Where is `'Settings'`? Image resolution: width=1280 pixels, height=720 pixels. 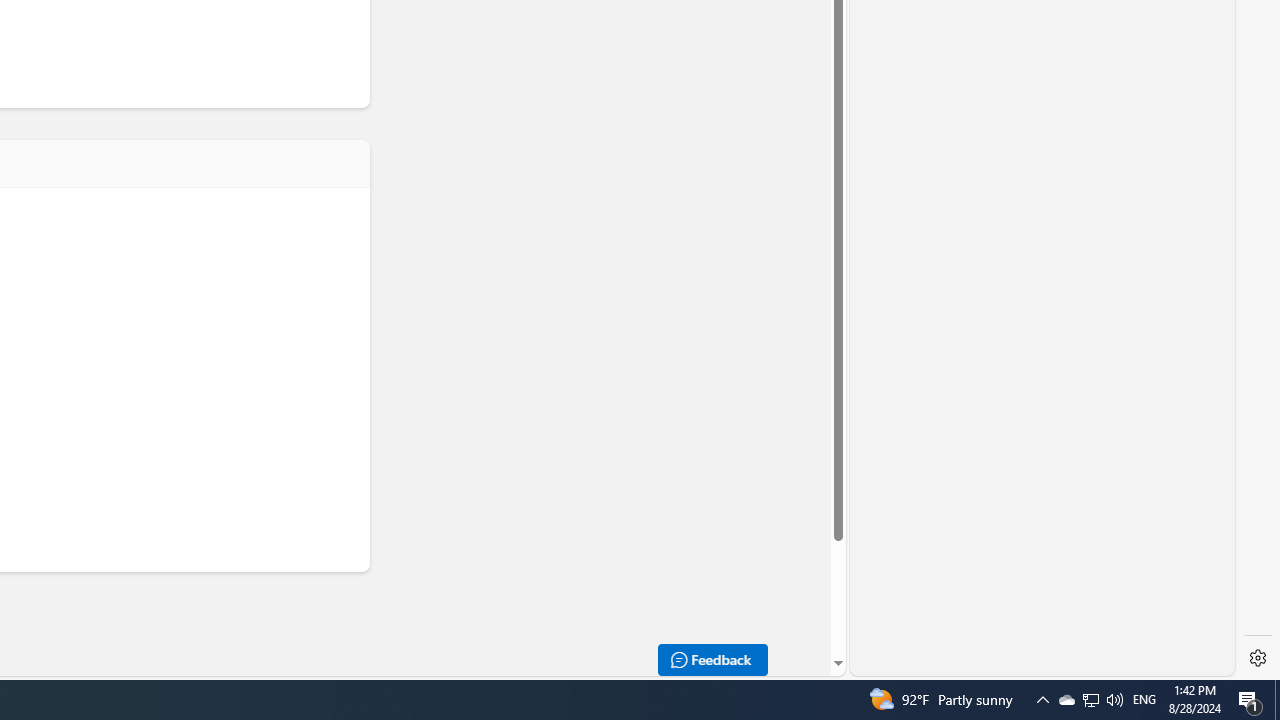 'Settings' is located at coordinates (1257, 658).